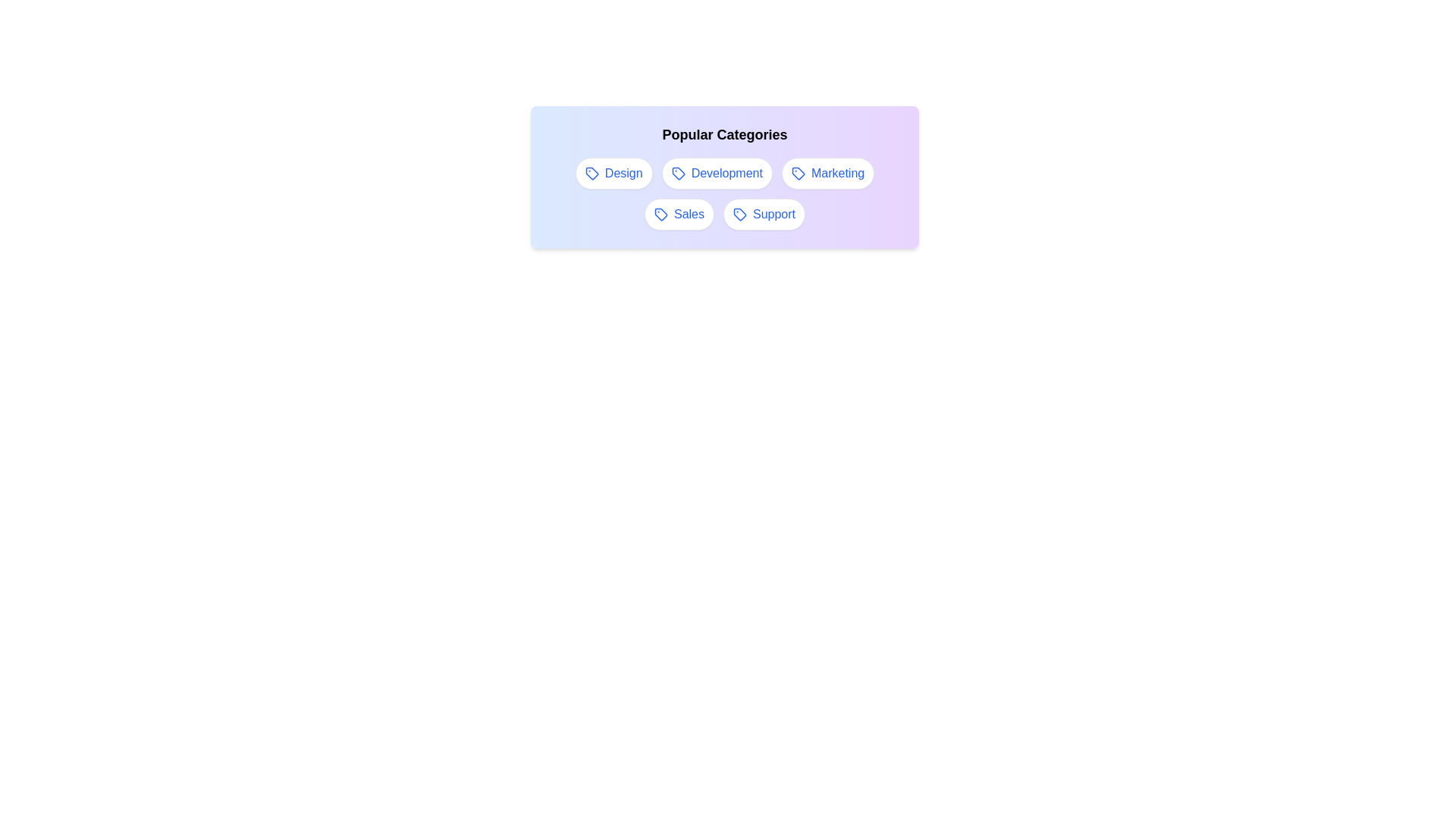 Image resolution: width=1456 pixels, height=819 pixels. What do you see at coordinates (613, 172) in the screenshot?
I see `the tag labeled Design` at bounding box center [613, 172].